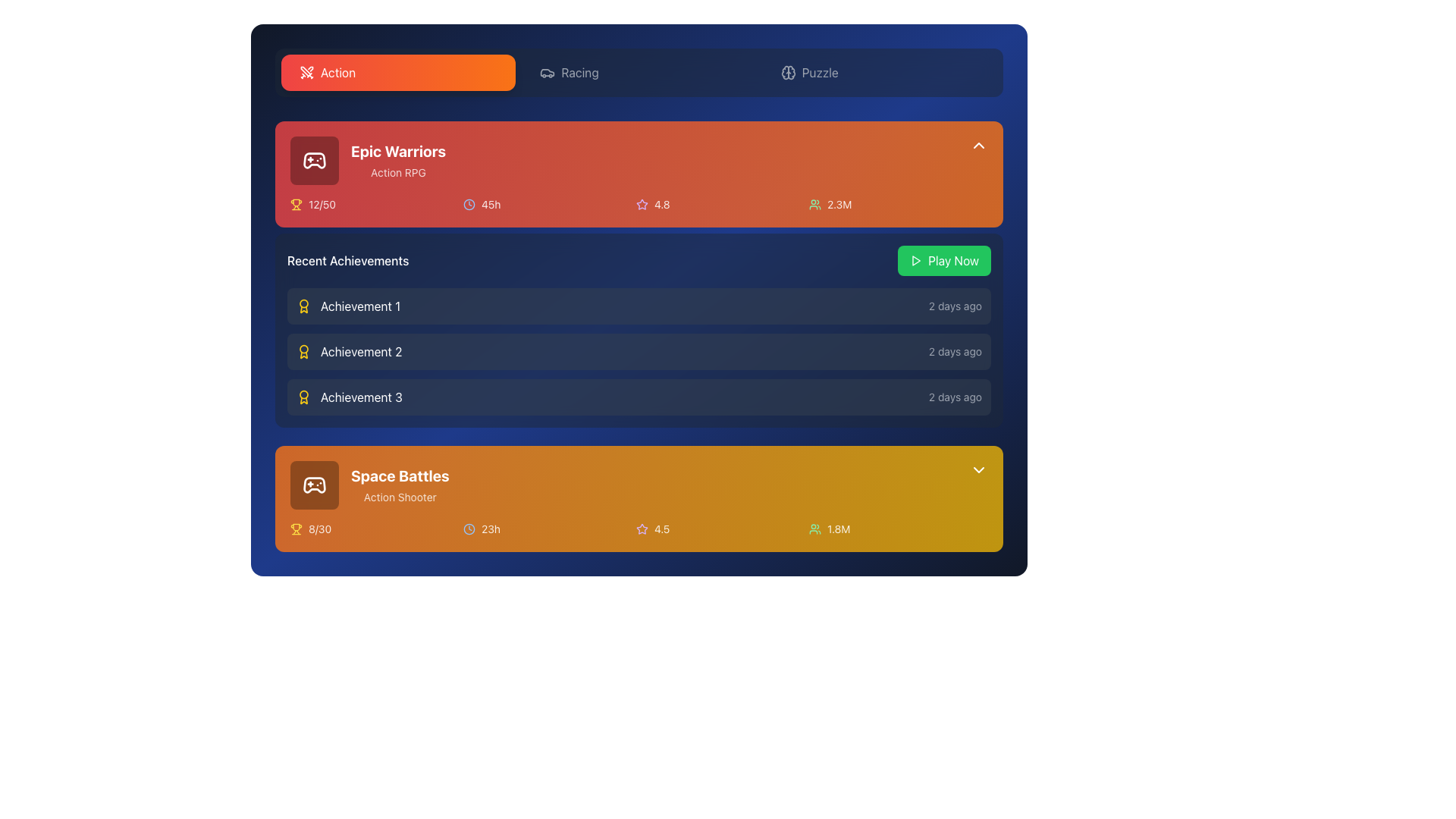 The image size is (1456, 819). Describe the element at coordinates (360, 397) in the screenshot. I see `the text label 'Achievement 3' which is styled in white text on a dark blue background, located in the third position of the 'Recent Achievements' list` at that location.